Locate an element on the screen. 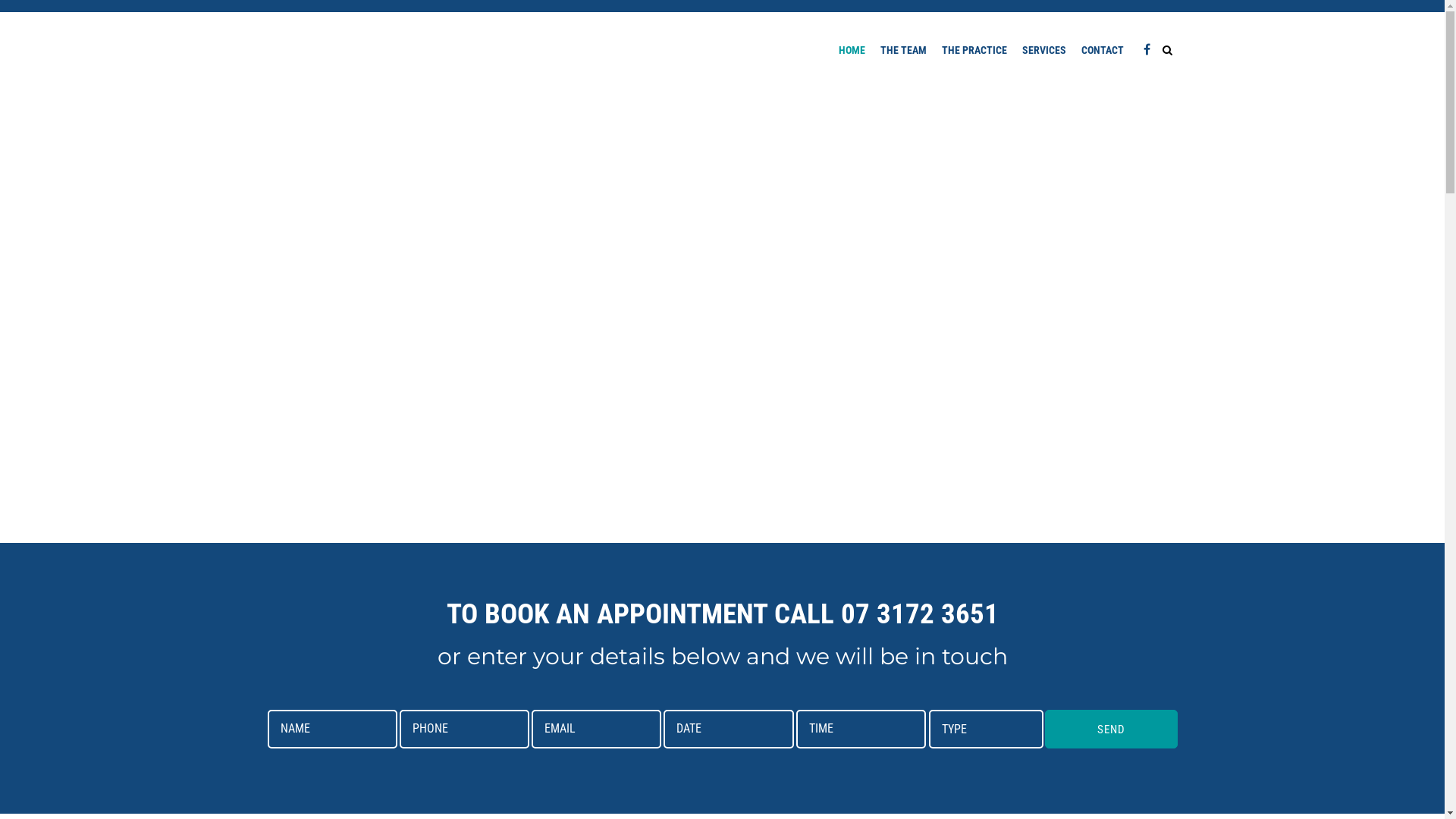 The image size is (1456, 819). 'THE TEAM' is located at coordinates (902, 49).